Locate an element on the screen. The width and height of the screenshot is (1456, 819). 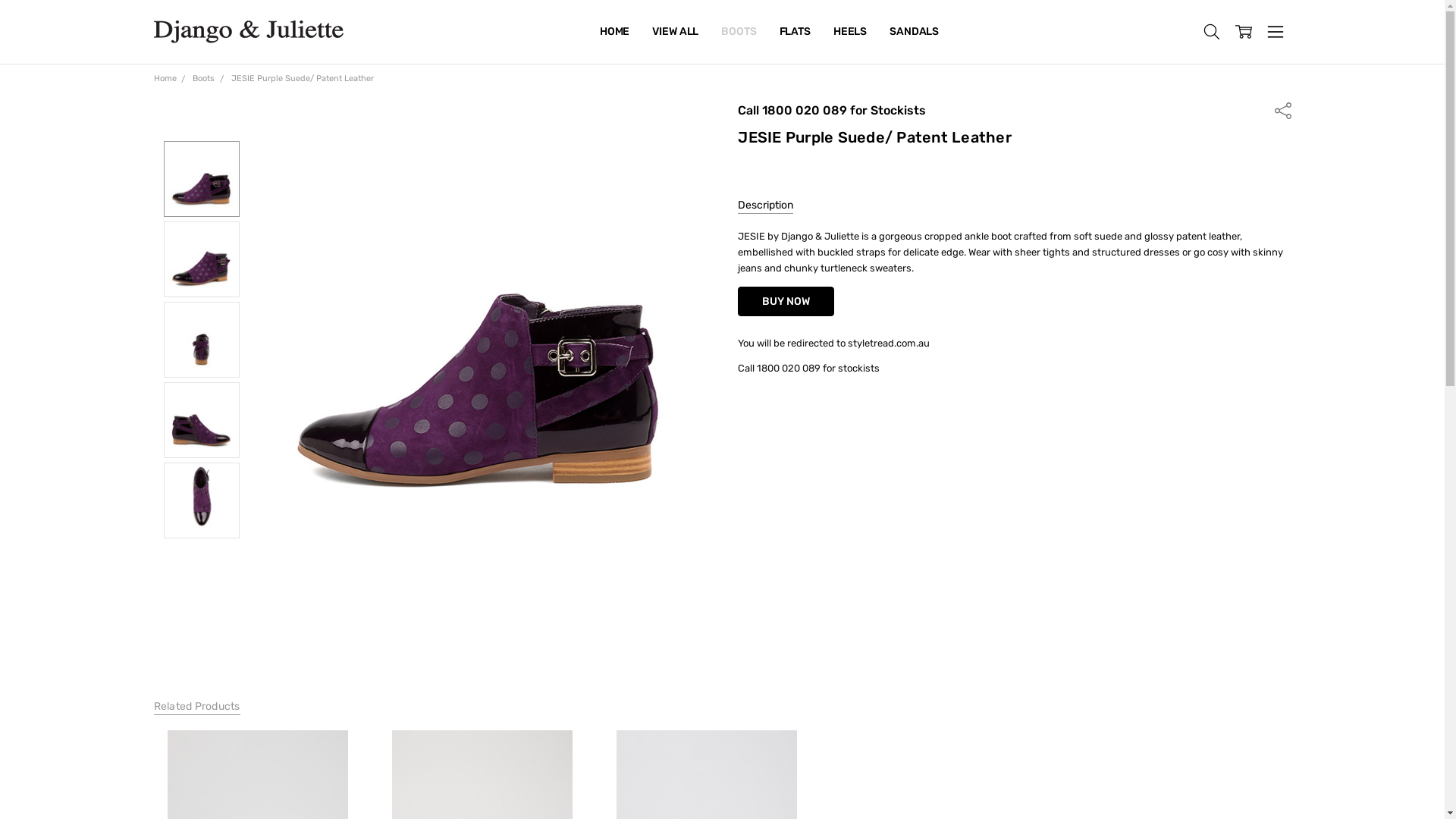
'JESIE Purple Suede/ Patent Leather' is located at coordinates (200, 420).